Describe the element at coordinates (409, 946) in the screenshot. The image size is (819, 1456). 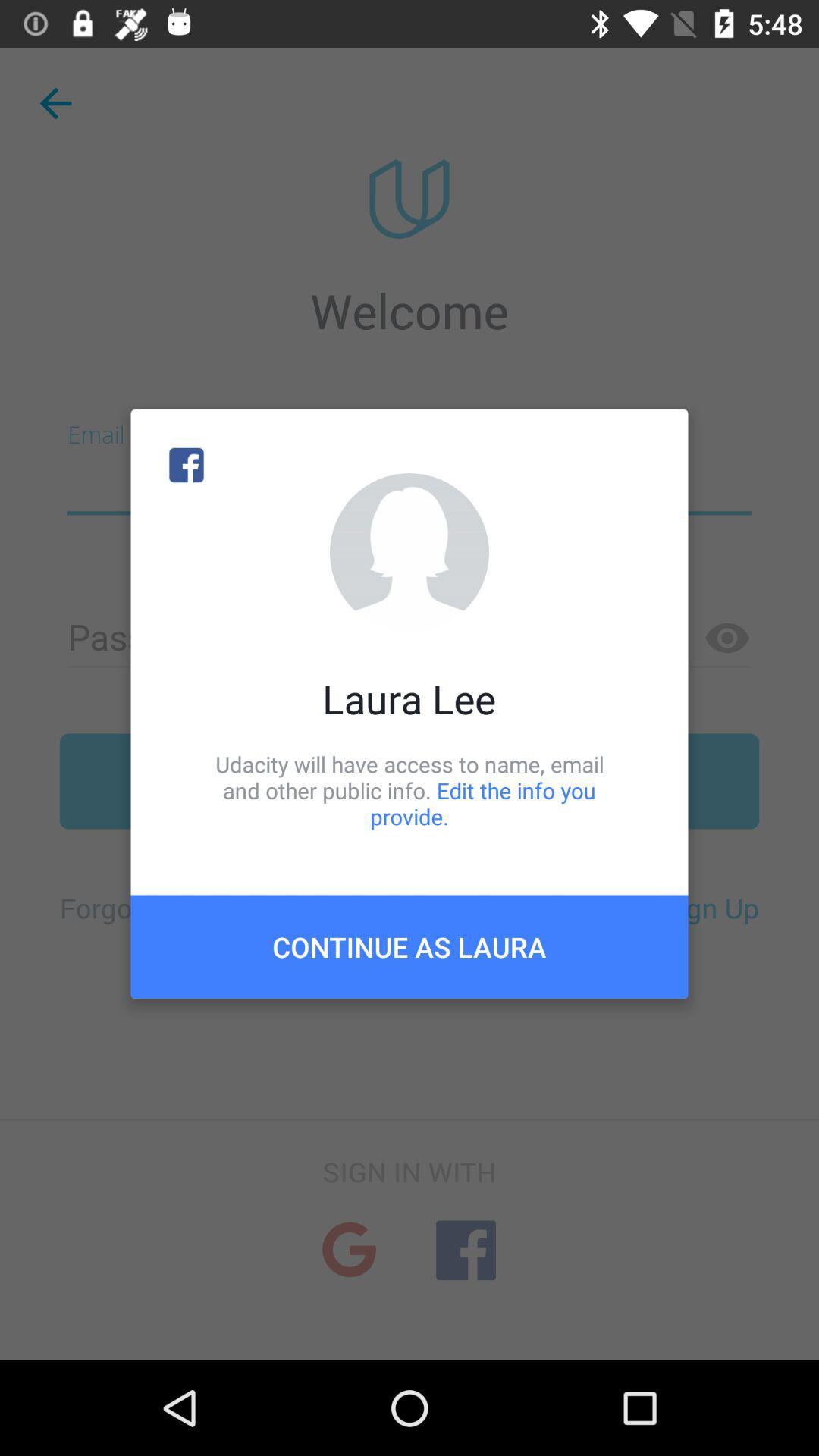
I see `the continue as laura icon` at that location.